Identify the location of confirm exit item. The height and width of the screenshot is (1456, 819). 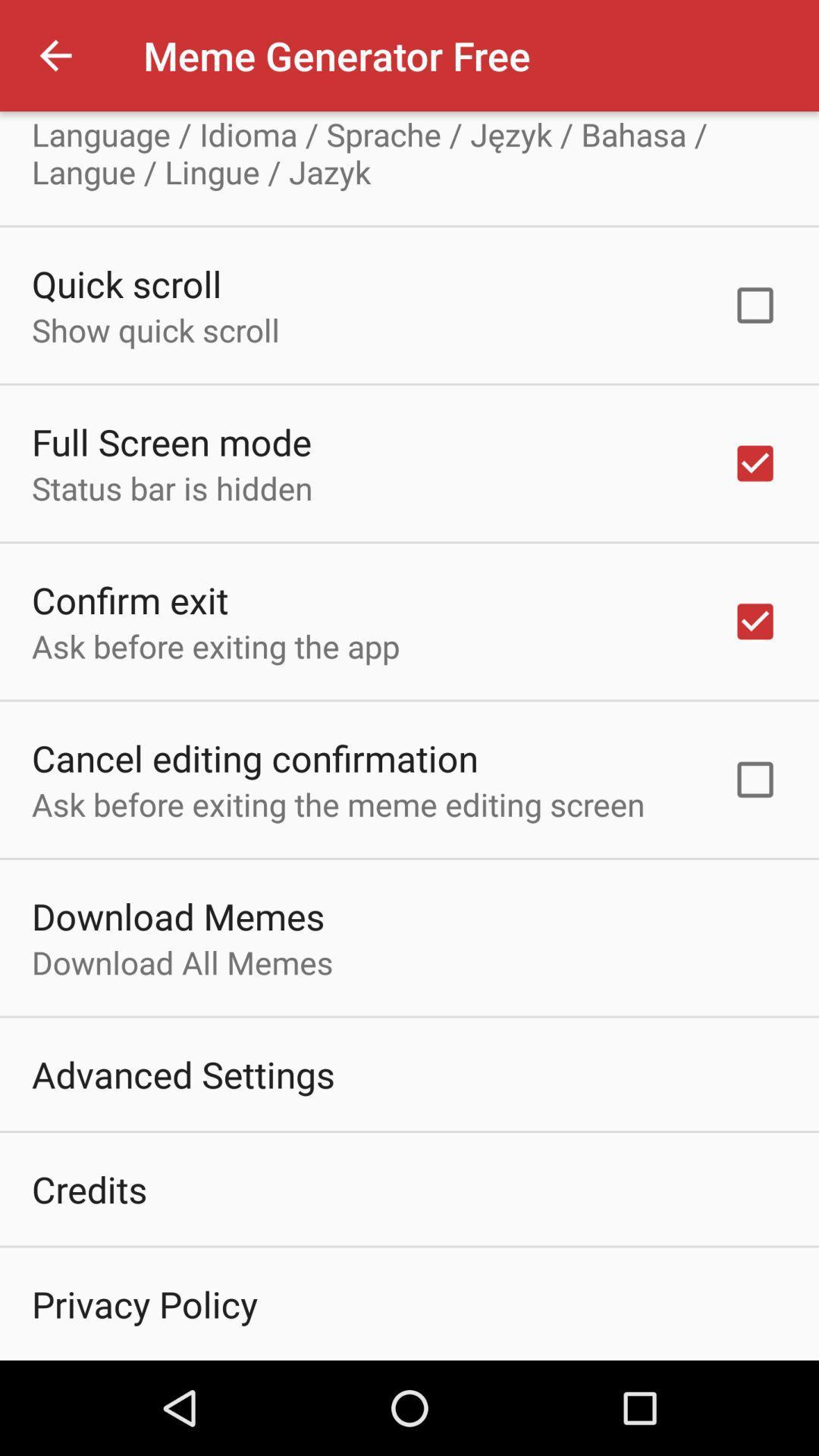
(129, 599).